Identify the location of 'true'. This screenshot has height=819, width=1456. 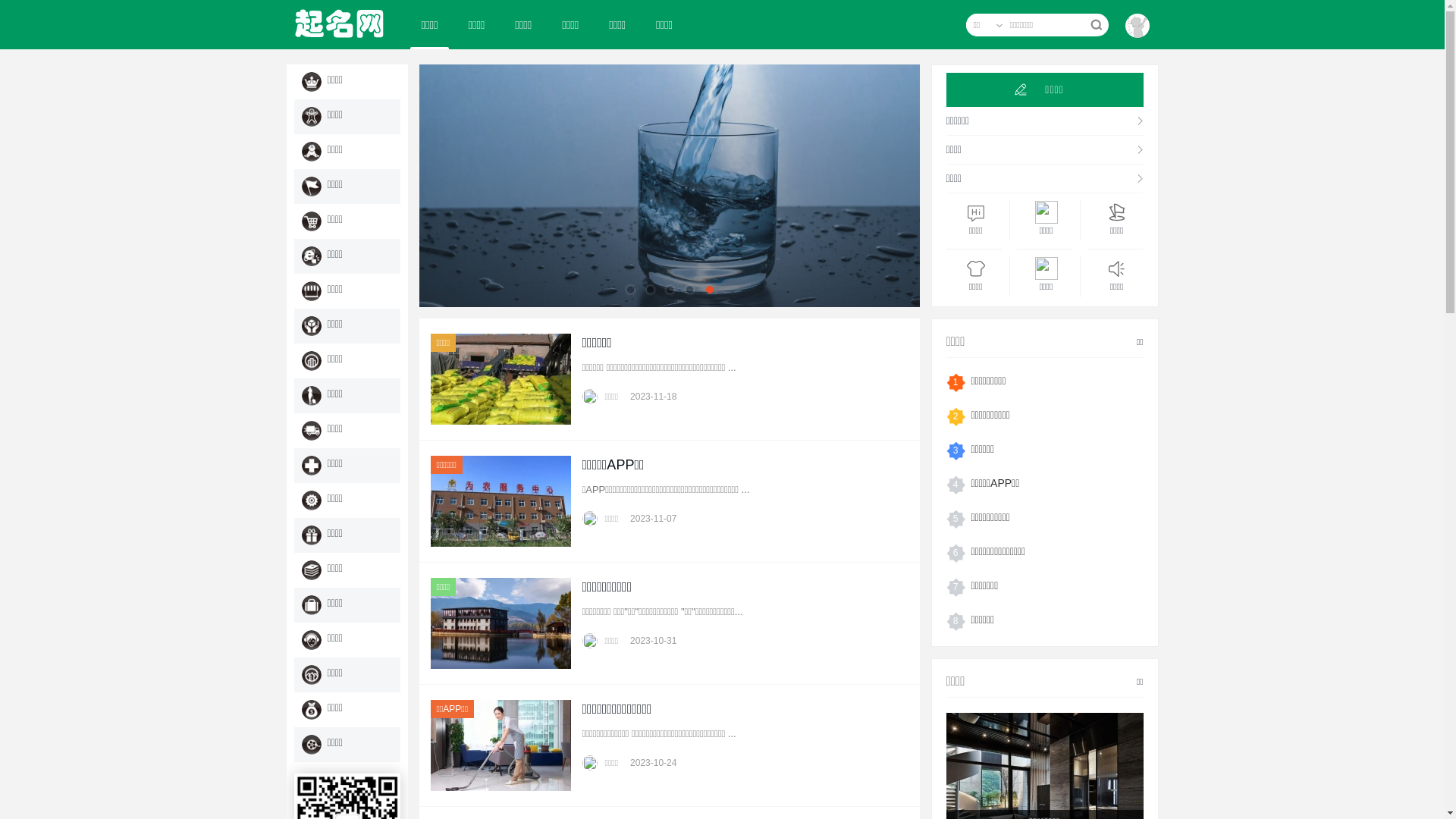
(1095, 25).